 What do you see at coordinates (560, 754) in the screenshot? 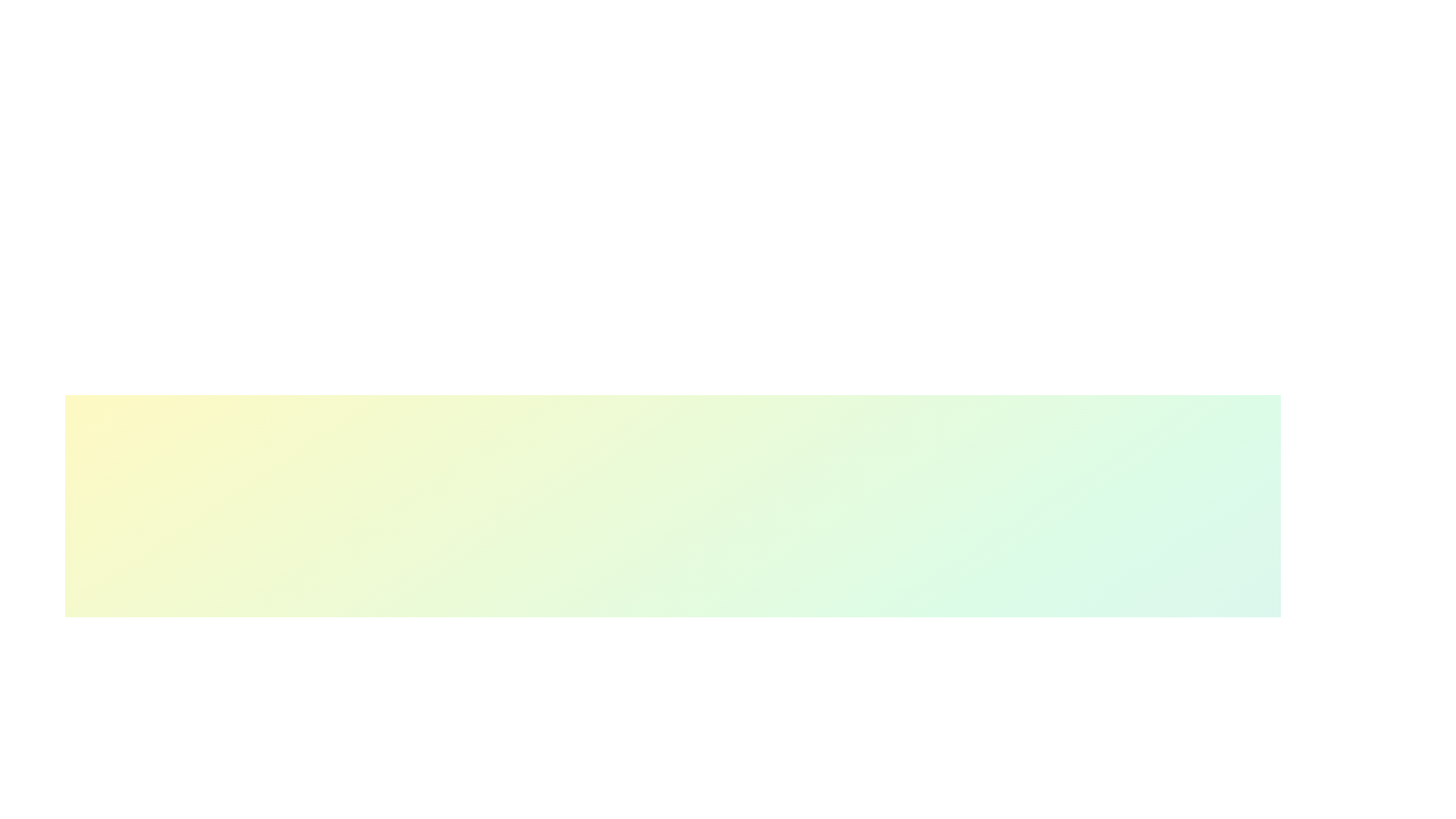
I see `the skill progress slider for 0 to 17%` at bounding box center [560, 754].